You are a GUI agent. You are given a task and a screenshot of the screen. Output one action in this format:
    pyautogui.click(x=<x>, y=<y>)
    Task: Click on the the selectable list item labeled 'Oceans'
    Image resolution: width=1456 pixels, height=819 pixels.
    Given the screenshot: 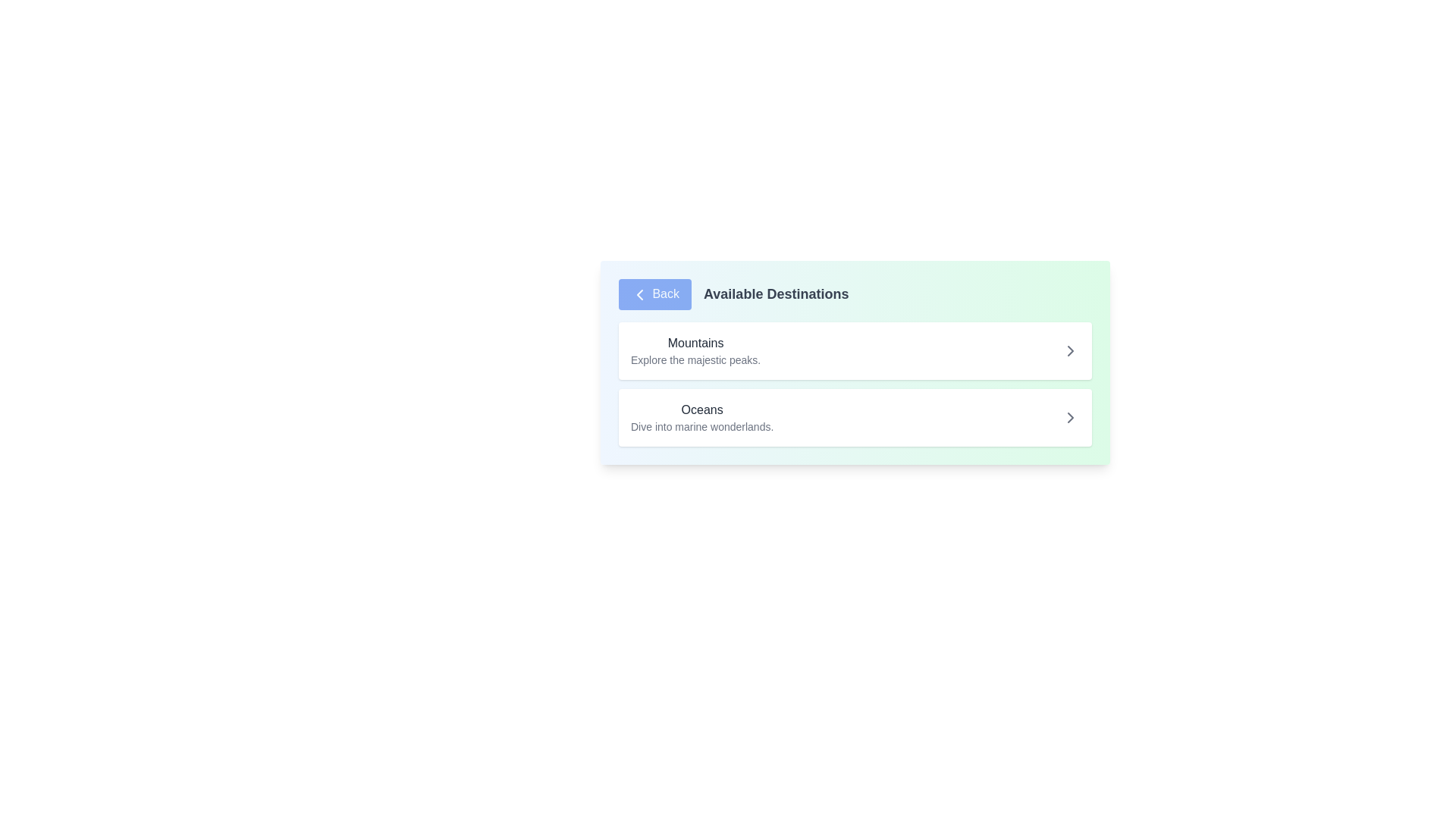 What is the action you would take?
    pyautogui.click(x=855, y=417)
    